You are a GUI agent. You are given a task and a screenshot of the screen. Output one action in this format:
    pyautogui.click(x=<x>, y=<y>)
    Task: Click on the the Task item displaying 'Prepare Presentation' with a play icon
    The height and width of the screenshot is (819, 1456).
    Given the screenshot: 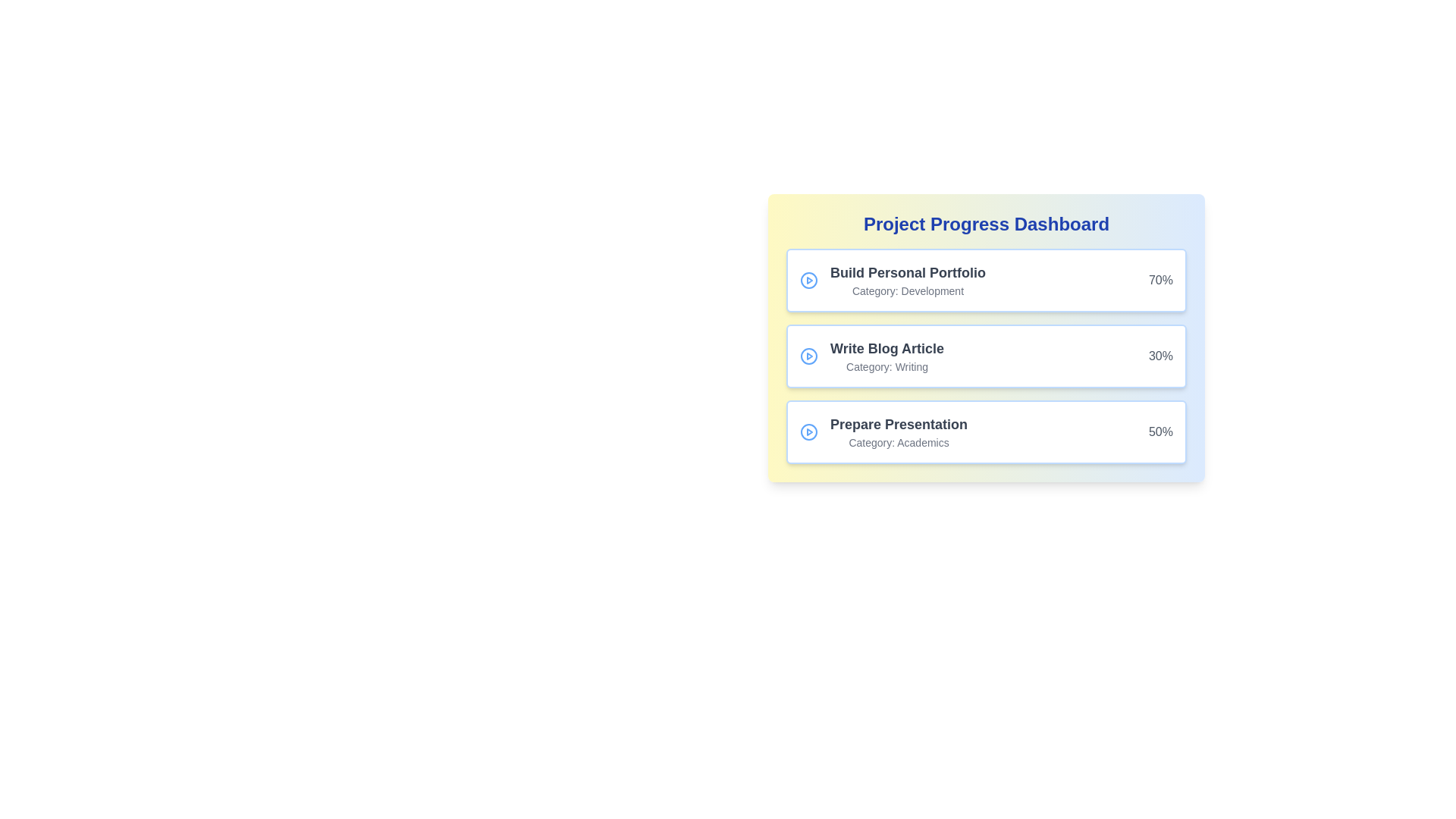 What is the action you would take?
    pyautogui.click(x=883, y=432)
    